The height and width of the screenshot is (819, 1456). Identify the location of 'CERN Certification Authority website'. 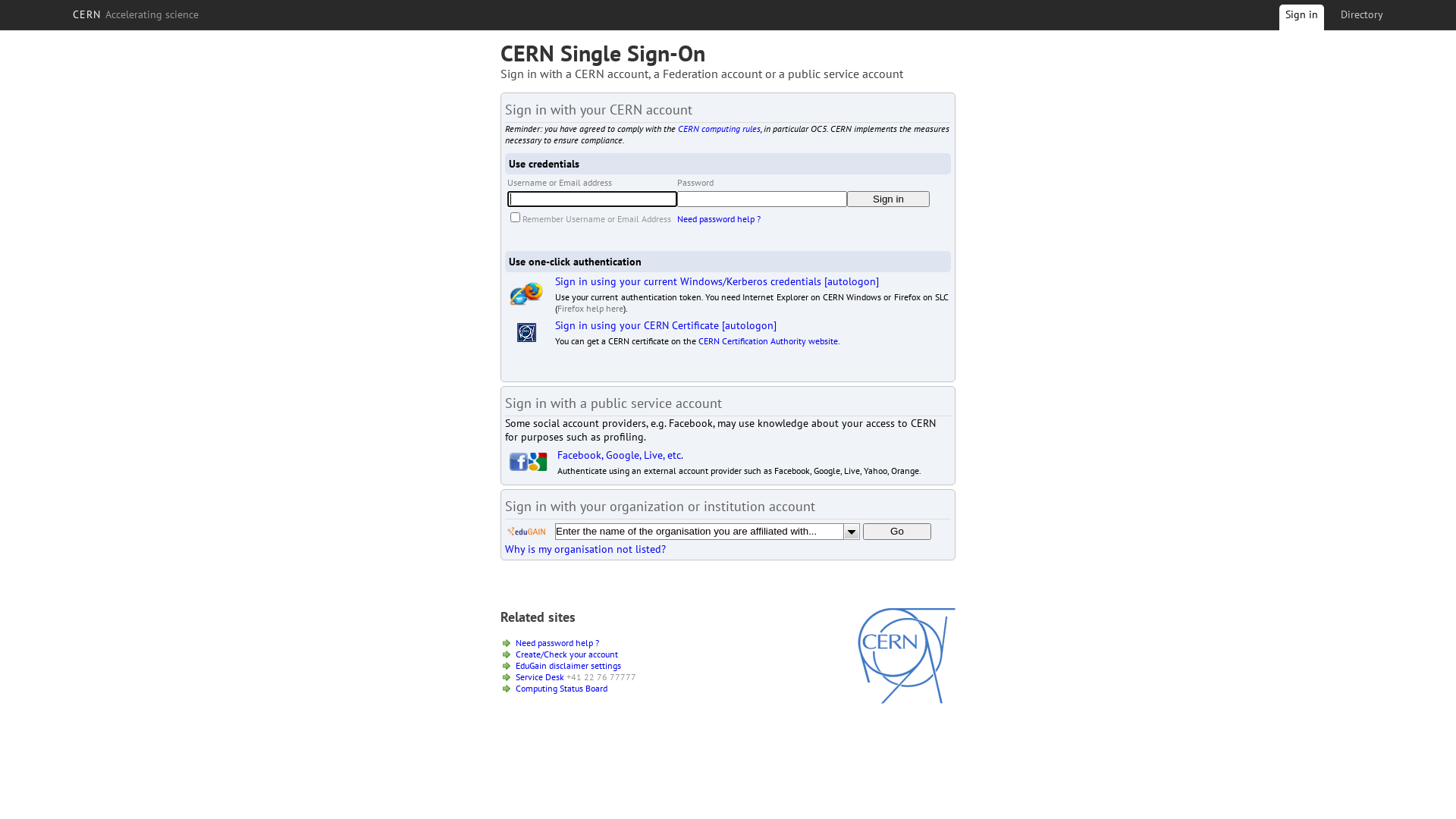
(698, 340).